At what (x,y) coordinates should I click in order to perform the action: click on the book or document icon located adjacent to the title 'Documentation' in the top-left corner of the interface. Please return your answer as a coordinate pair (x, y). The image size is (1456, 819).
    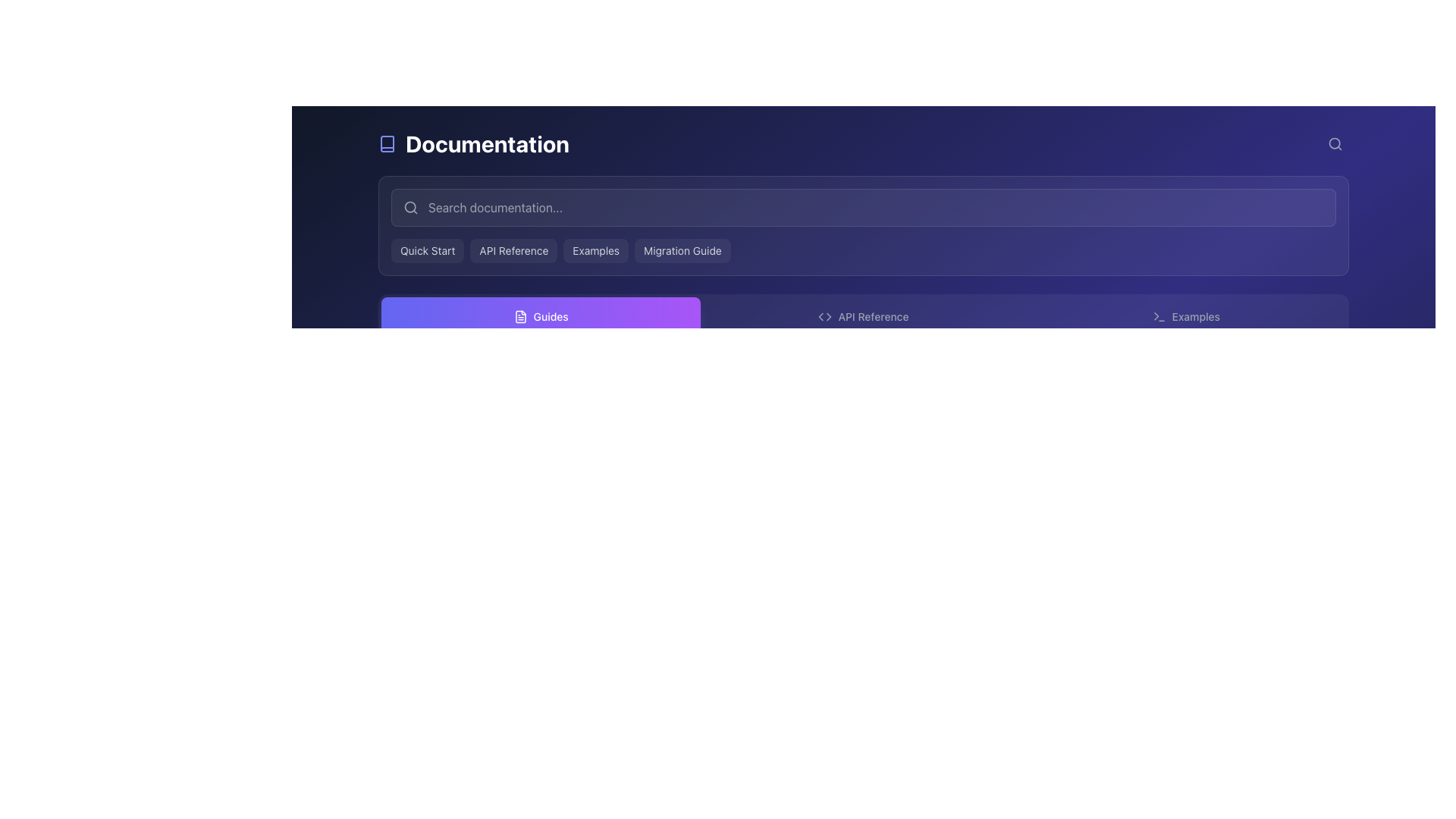
    Looking at the image, I should click on (387, 143).